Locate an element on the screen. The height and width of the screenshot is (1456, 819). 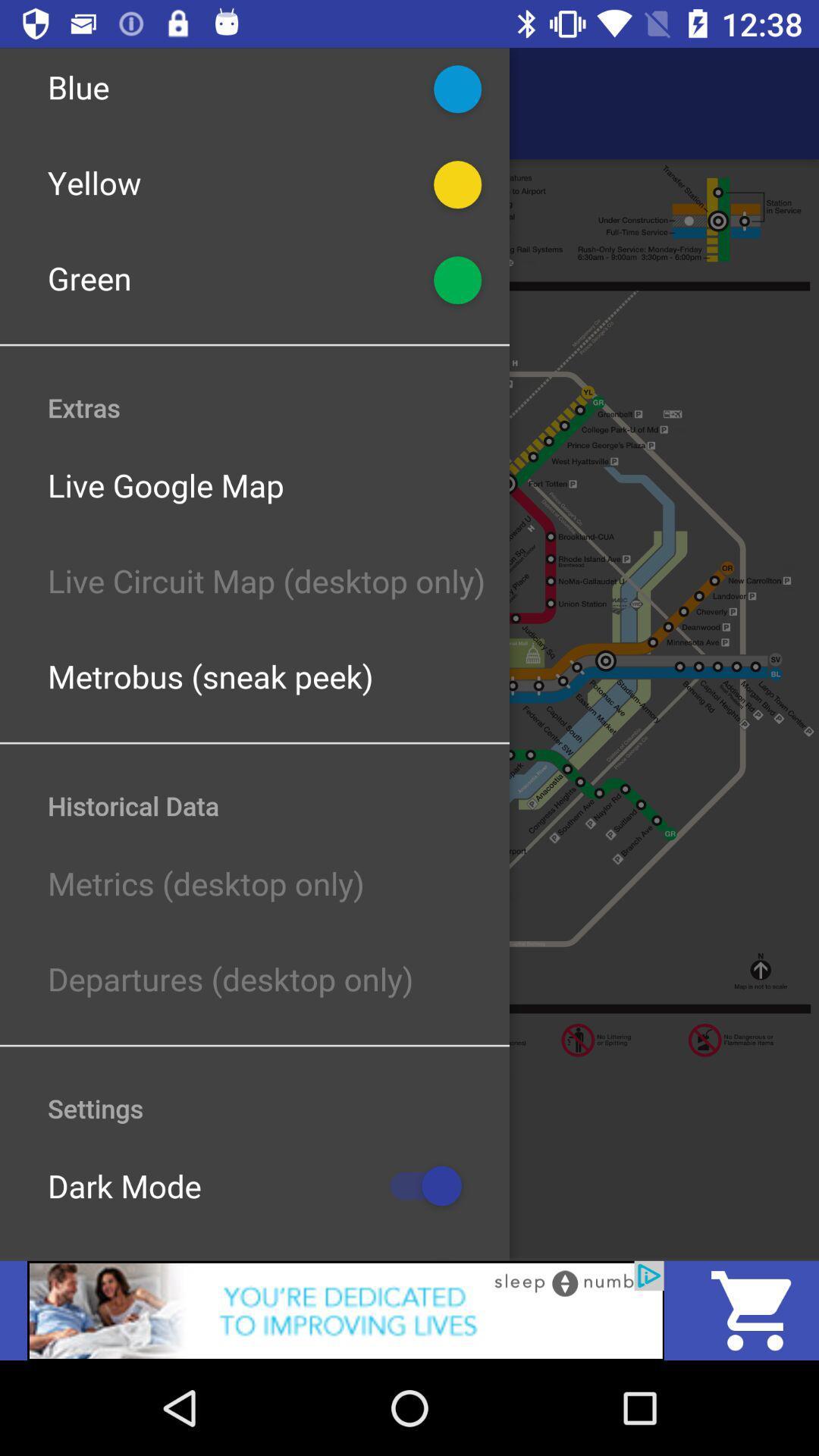
the option is located at coordinates (345, 1310).